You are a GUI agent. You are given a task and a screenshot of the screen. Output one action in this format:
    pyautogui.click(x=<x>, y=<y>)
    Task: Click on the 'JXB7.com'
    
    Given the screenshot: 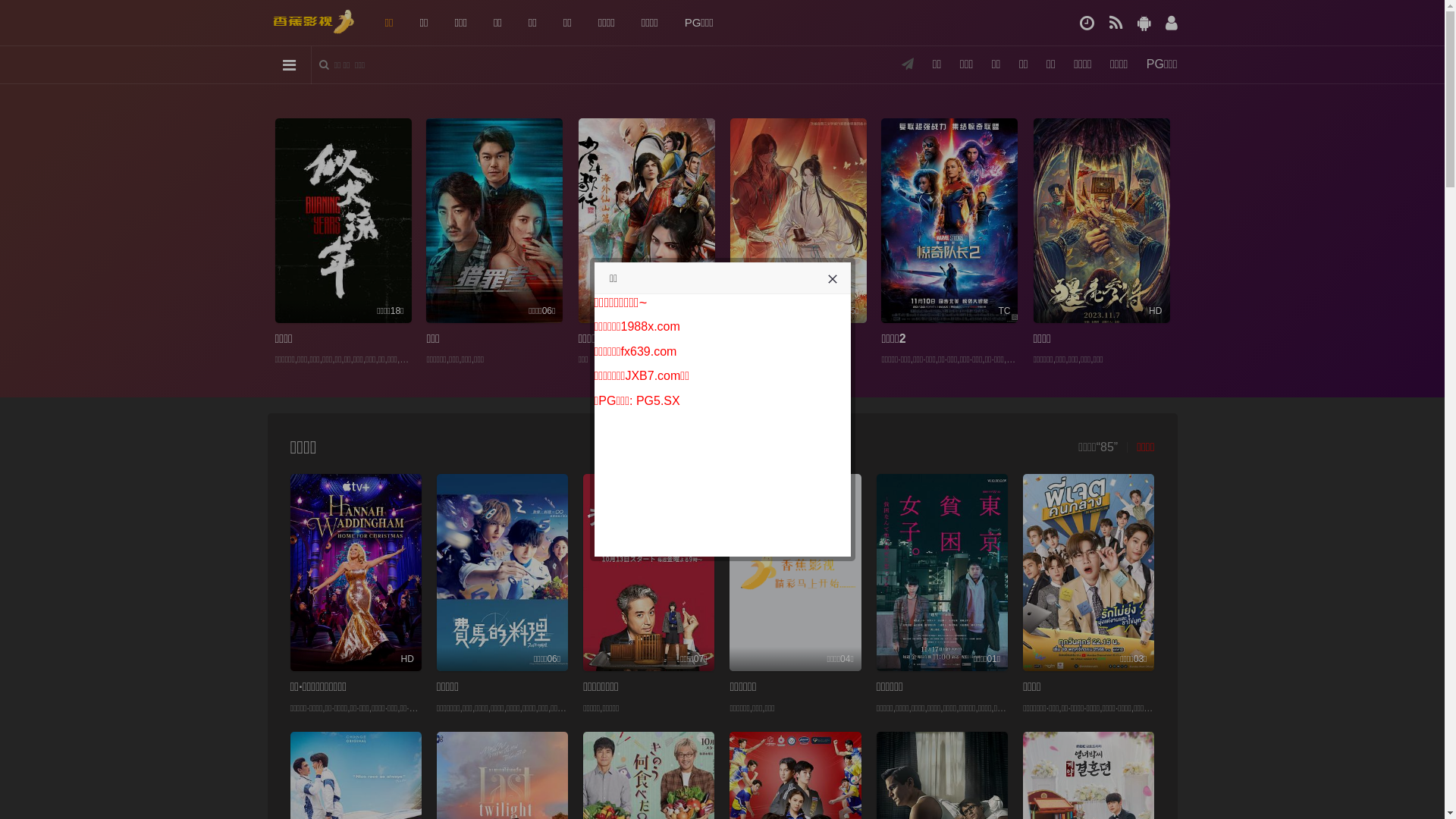 What is the action you would take?
    pyautogui.click(x=652, y=375)
    